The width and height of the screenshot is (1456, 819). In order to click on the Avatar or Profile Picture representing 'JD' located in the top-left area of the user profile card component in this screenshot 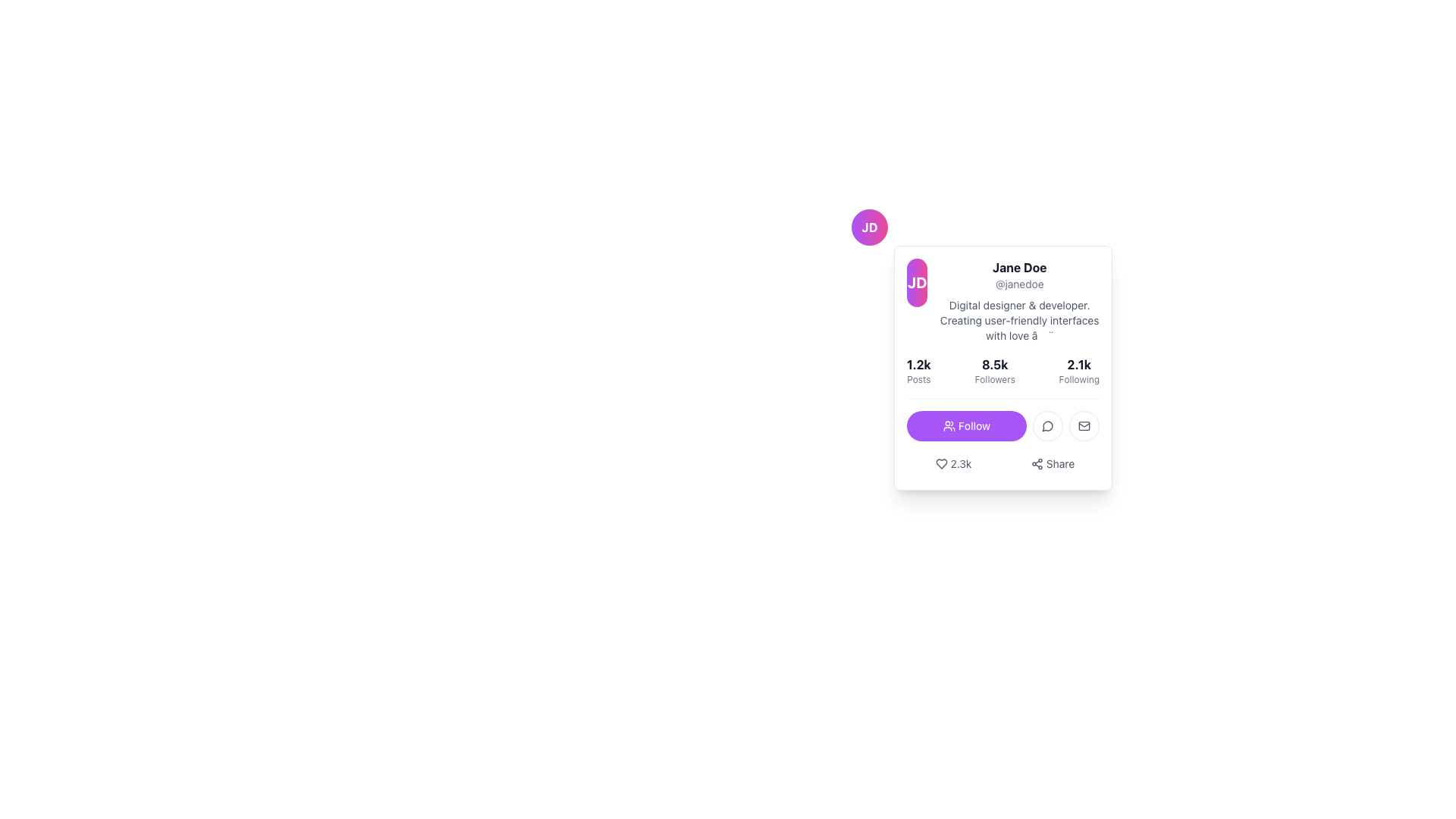, I will do `click(870, 227)`.